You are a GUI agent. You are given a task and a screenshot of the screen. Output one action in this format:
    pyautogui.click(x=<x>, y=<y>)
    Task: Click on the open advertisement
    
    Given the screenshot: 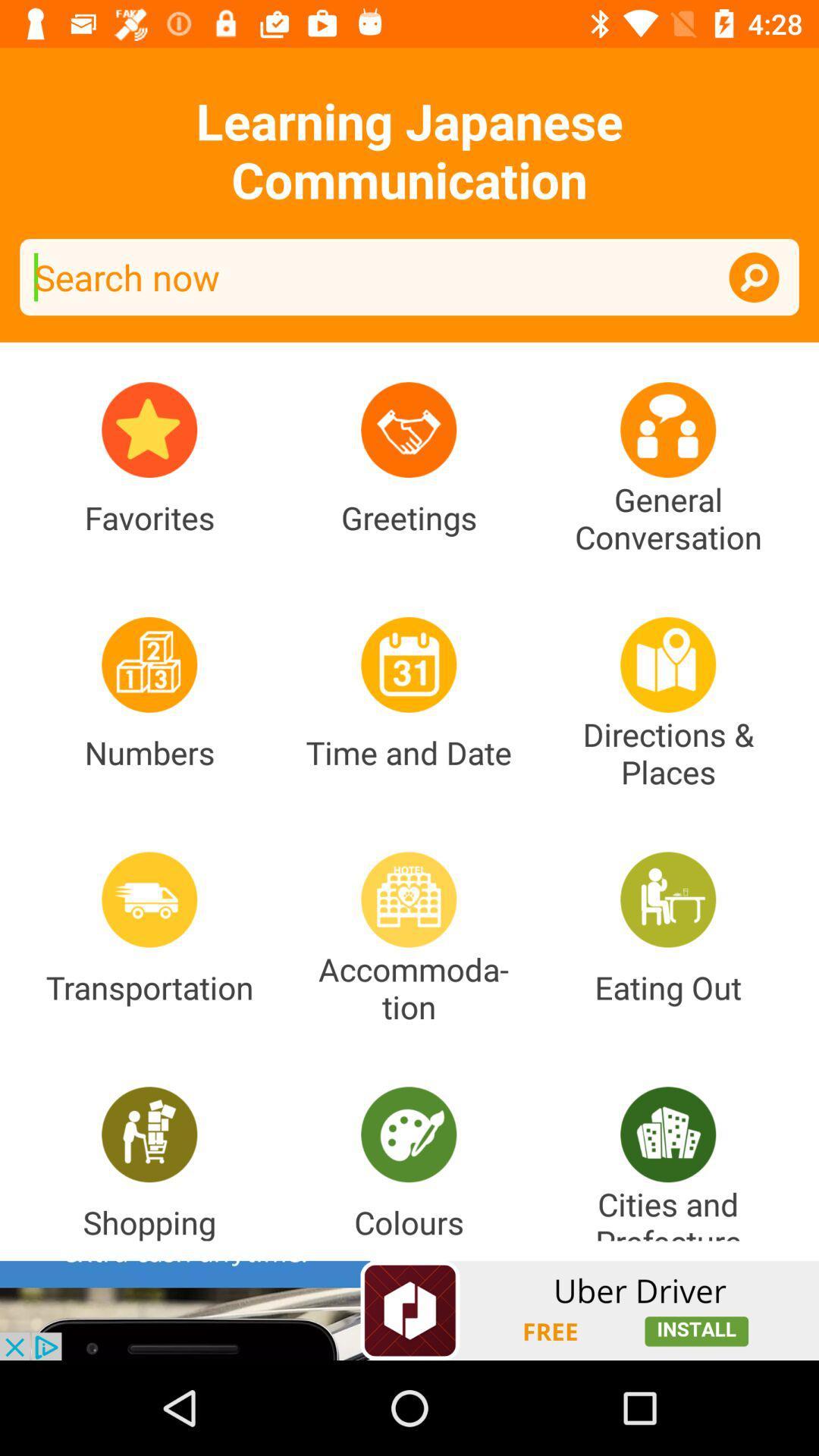 What is the action you would take?
    pyautogui.click(x=409, y=1310)
    